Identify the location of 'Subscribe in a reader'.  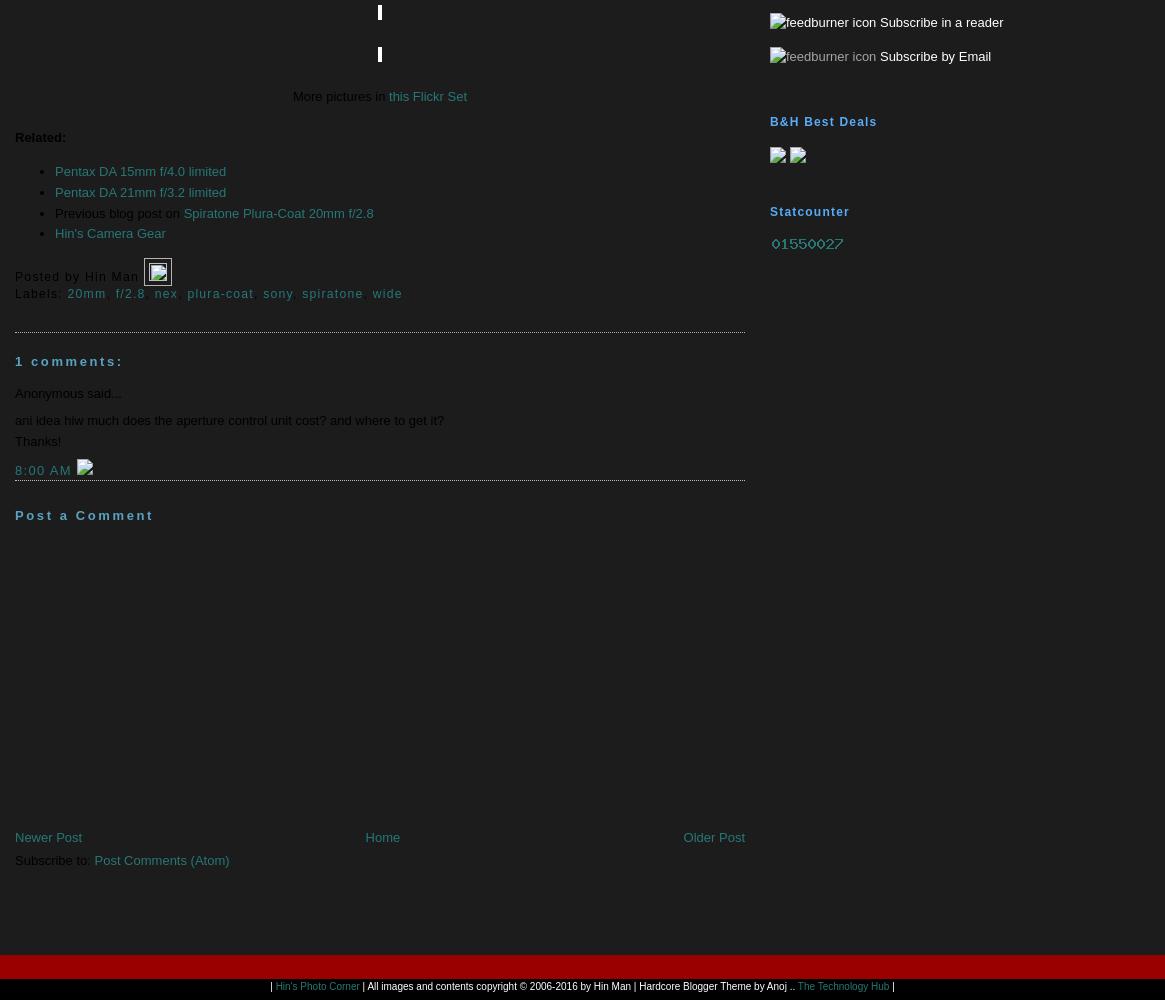
(939, 22).